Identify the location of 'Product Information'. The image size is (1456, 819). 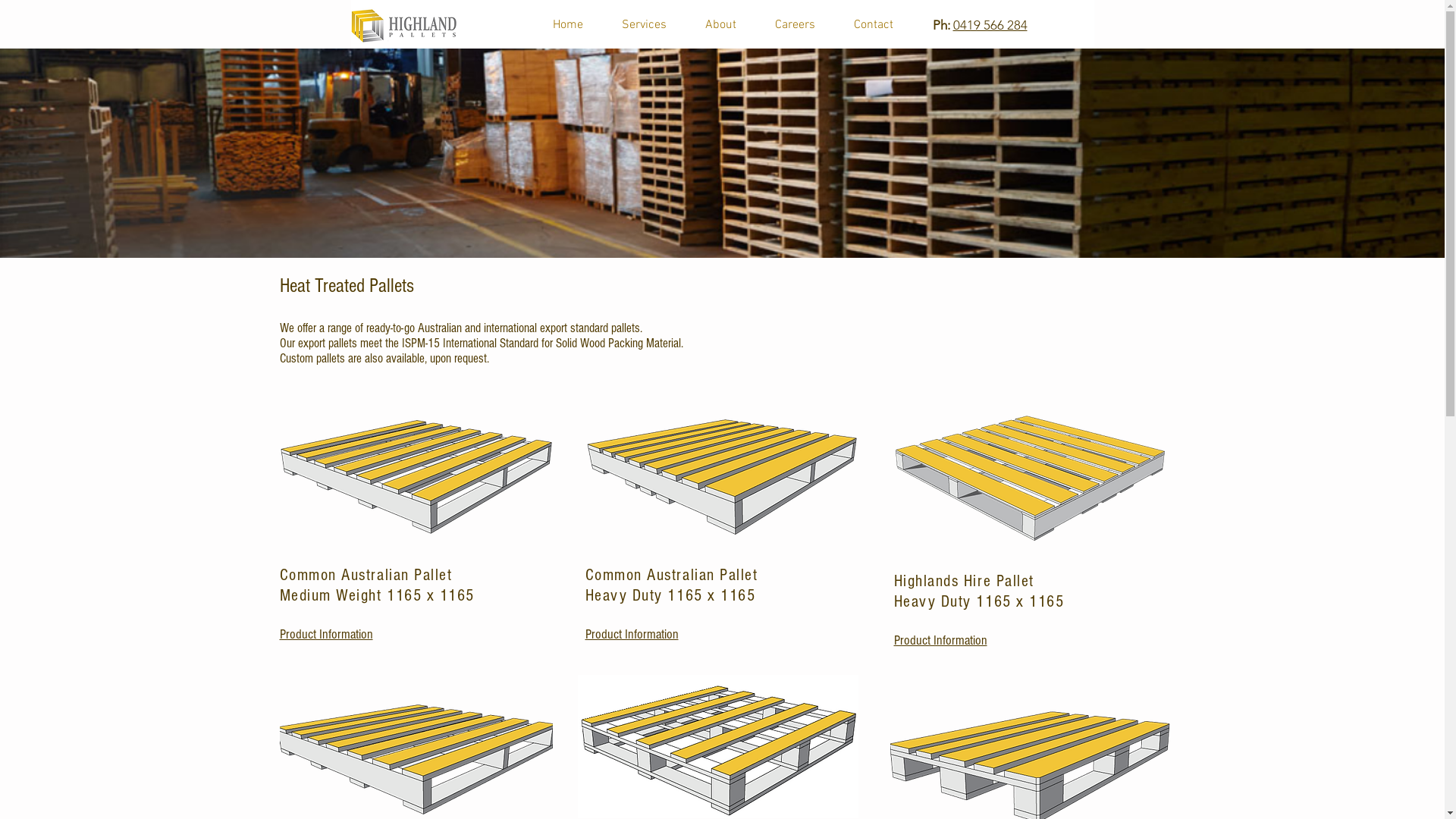
(939, 640).